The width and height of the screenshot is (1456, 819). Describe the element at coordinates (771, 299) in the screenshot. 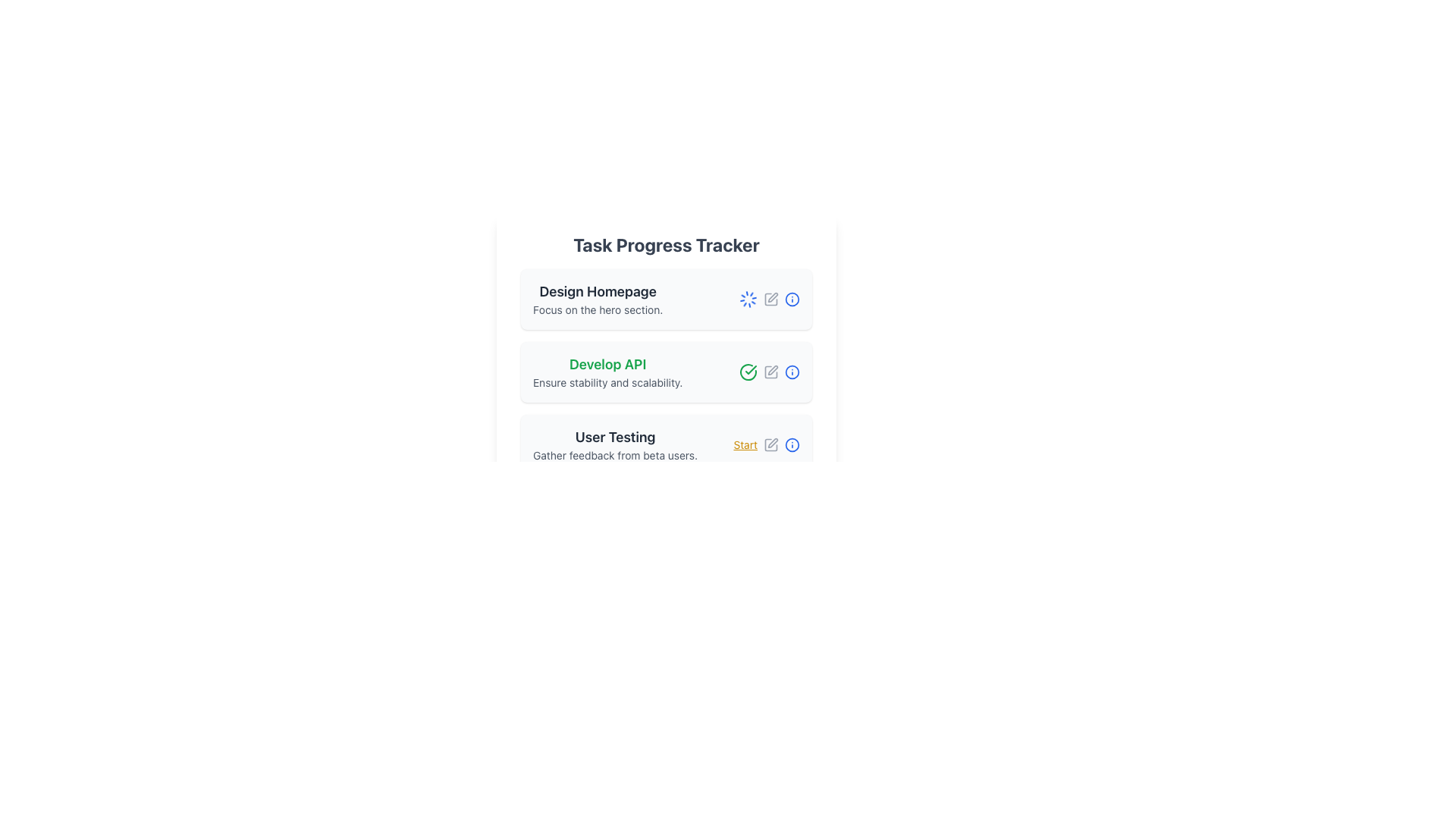

I see `the edit icon in the 'Design Homepage' task card, which is the third icon in the row of interactive icons on the right side of the card, to change its color` at that location.